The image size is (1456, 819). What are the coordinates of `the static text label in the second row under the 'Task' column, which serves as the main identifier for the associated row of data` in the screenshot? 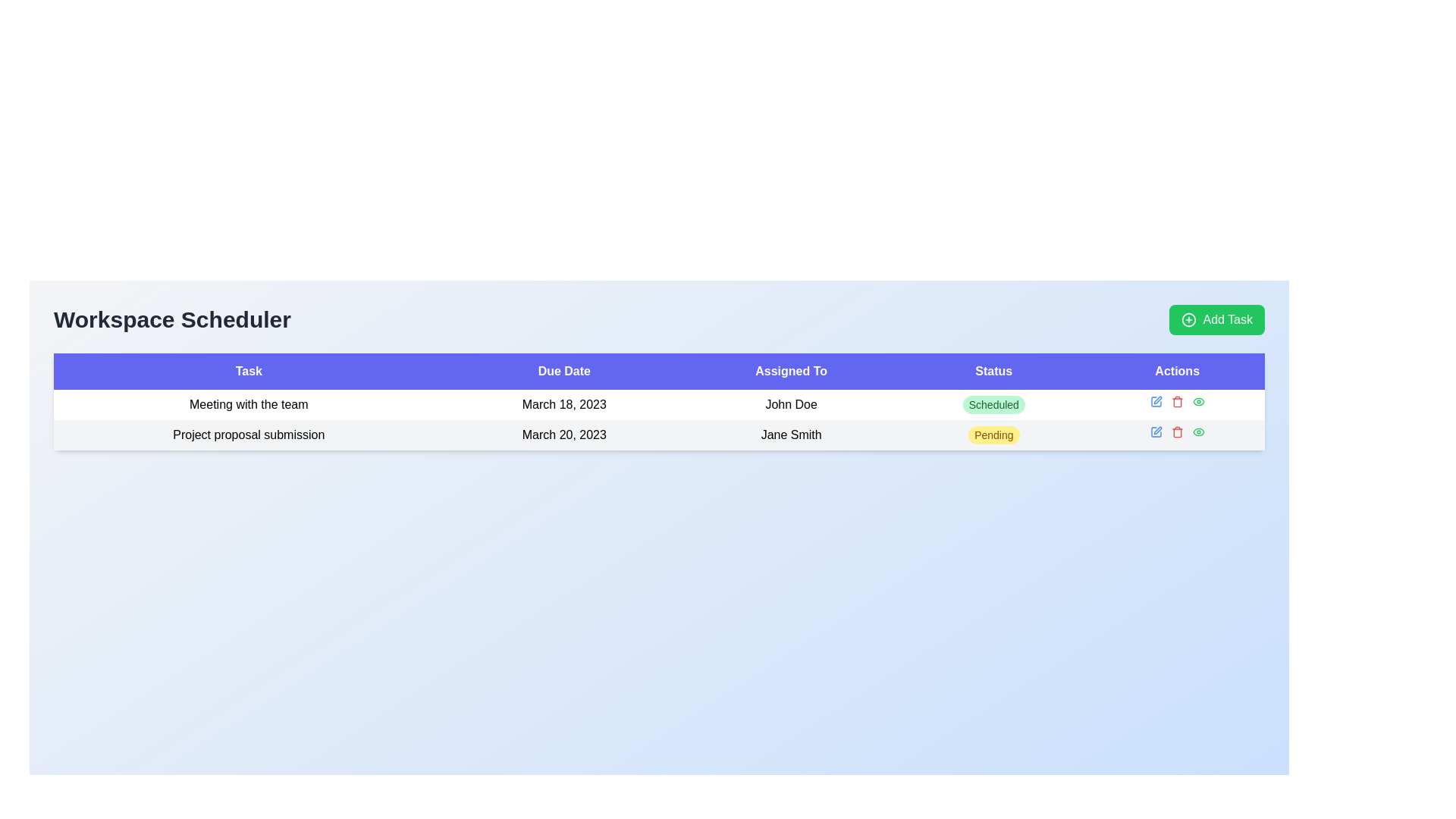 It's located at (249, 435).